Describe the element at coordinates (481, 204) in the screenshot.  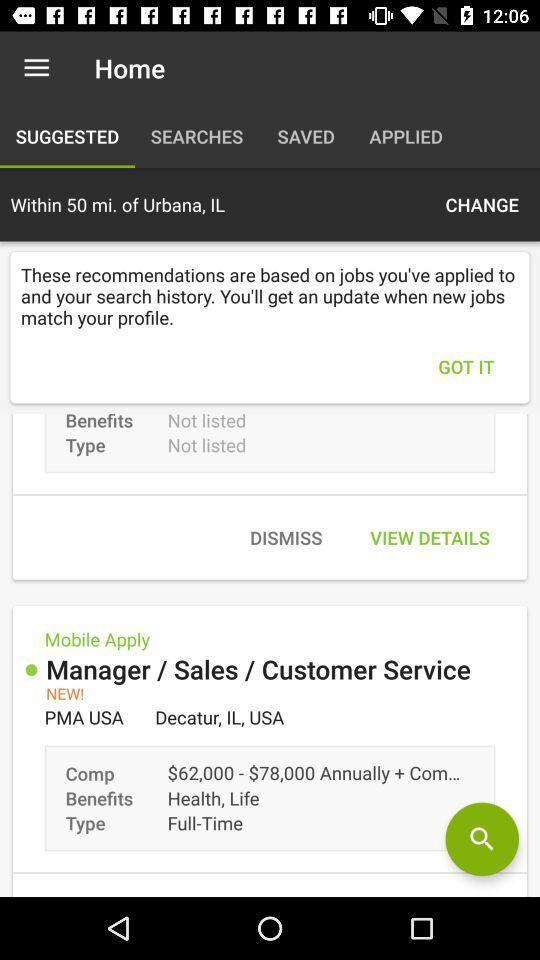
I see `icon next to within 50 mi icon` at that location.